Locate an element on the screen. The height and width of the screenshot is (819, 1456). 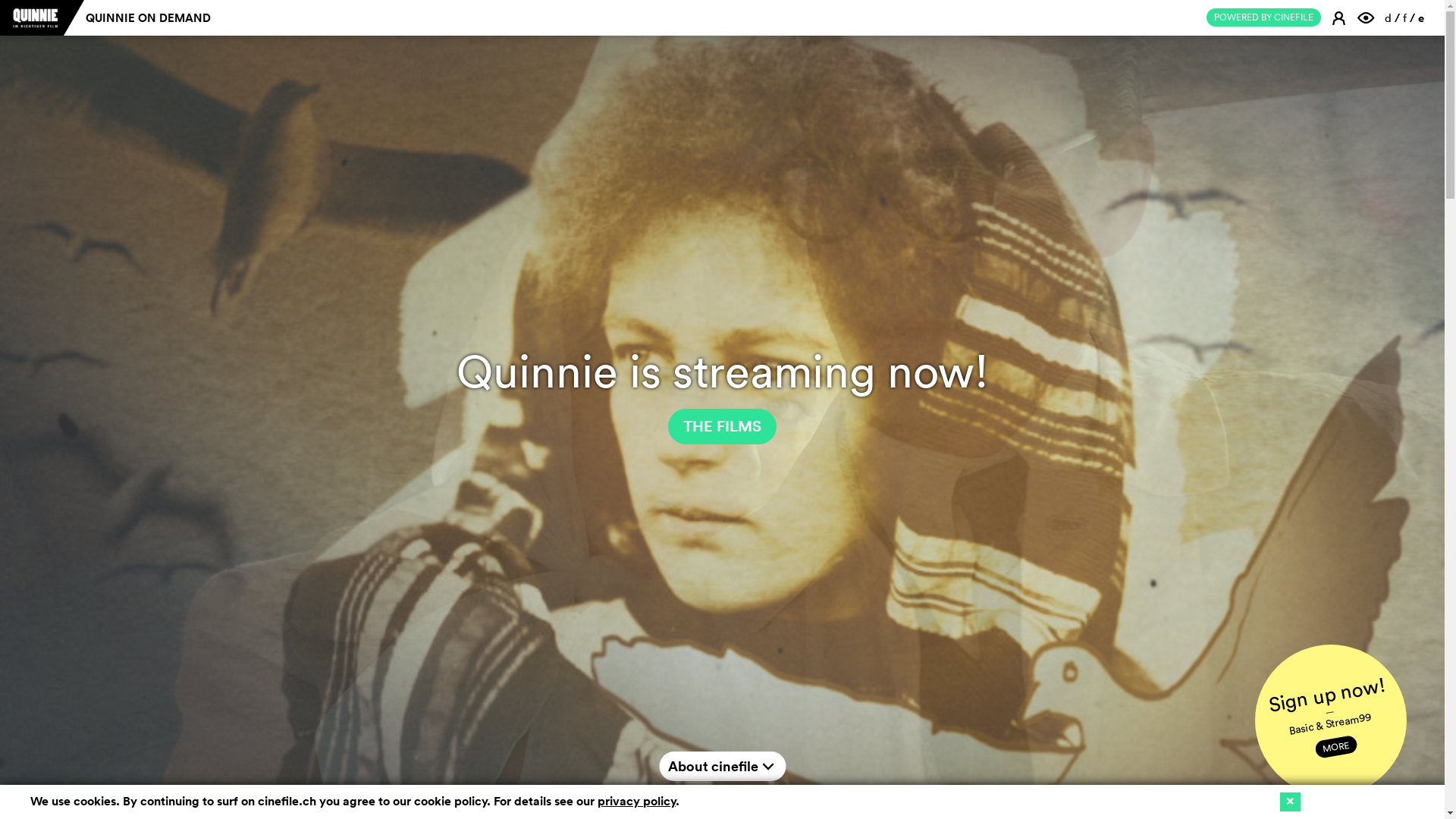
'F' is located at coordinates (1367, 17).